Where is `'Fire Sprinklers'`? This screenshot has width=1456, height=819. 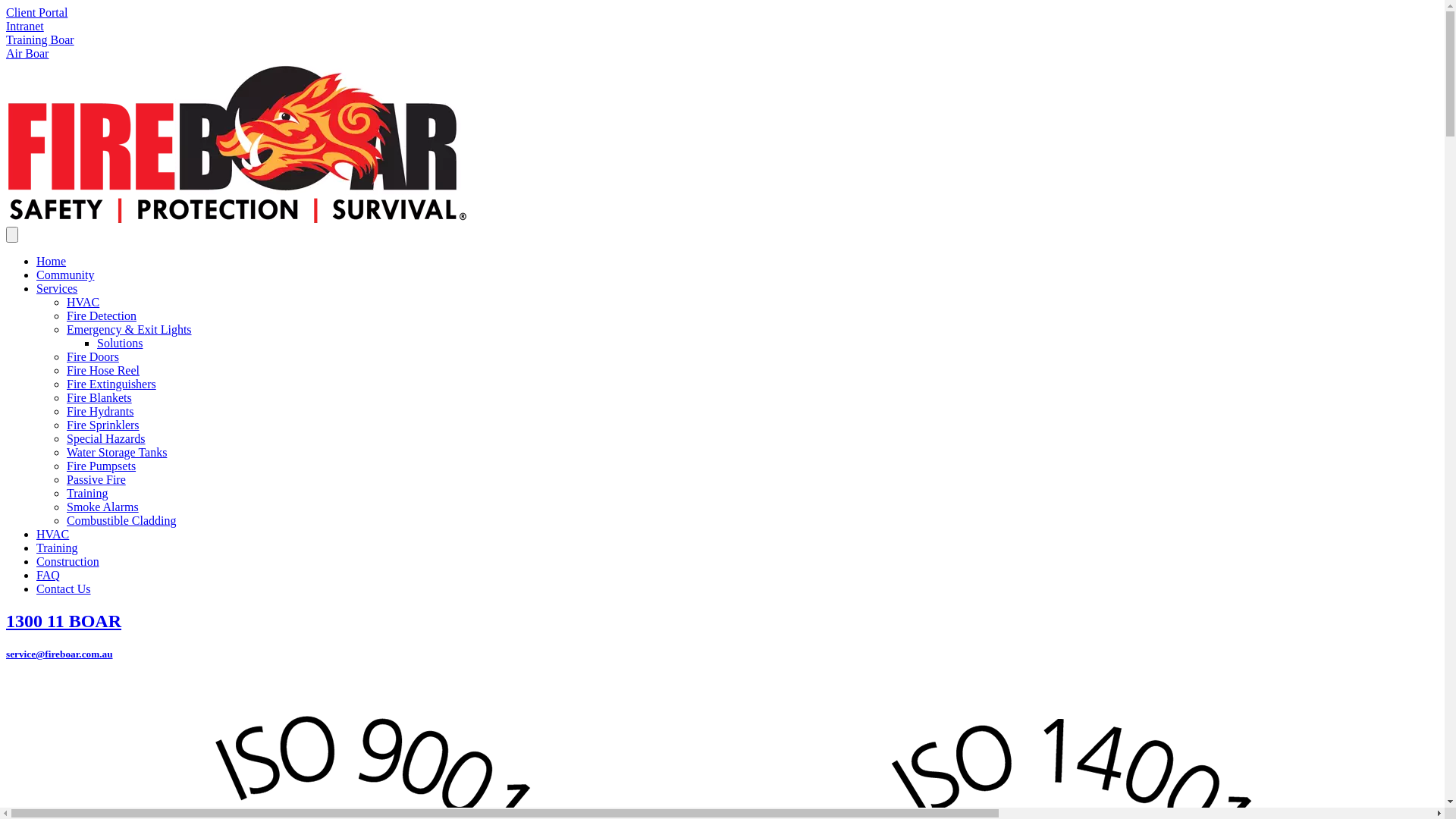
'Fire Sprinklers' is located at coordinates (65, 425).